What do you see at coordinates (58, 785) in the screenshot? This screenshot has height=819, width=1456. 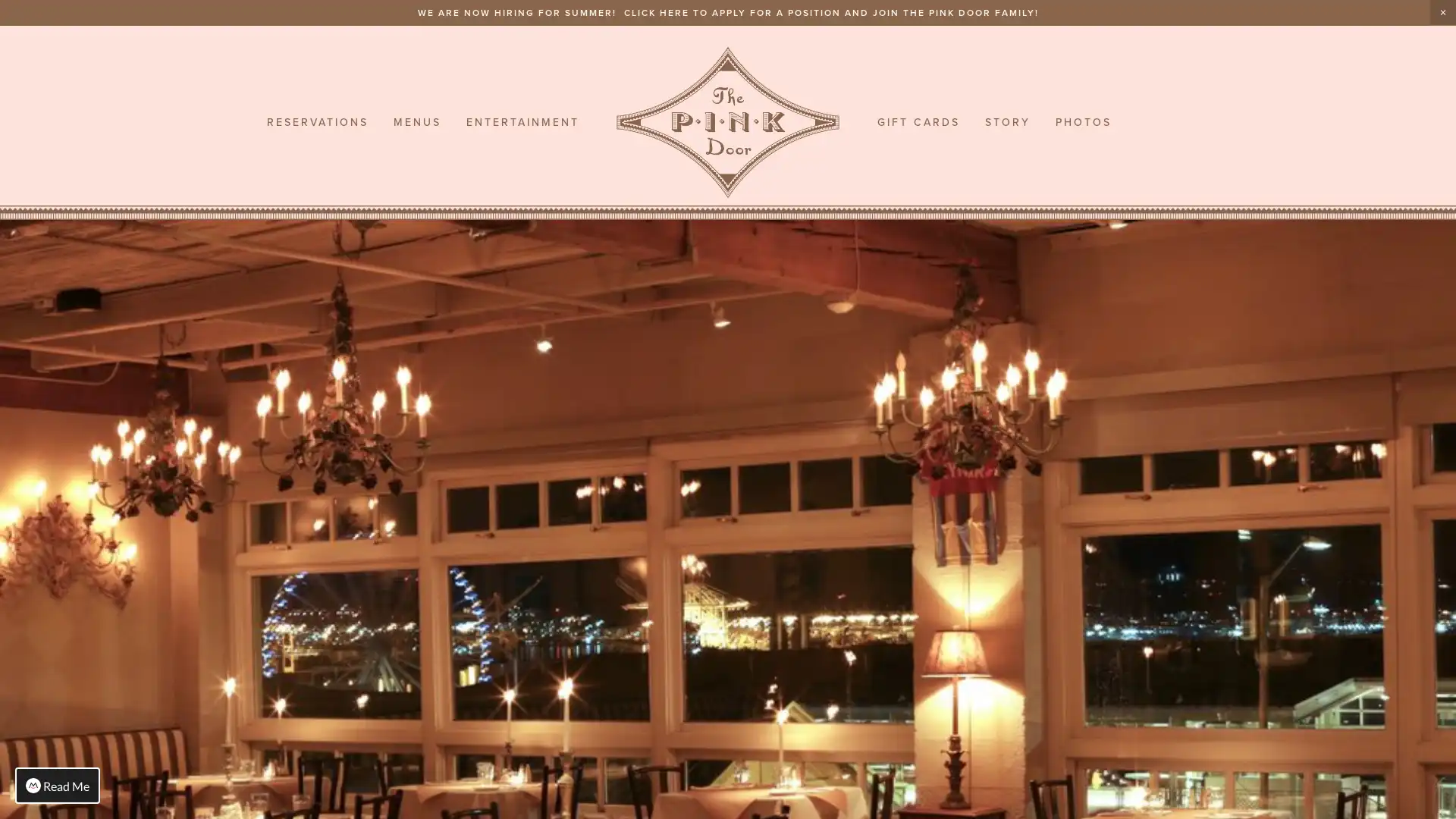 I see `Read Me` at bounding box center [58, 785].